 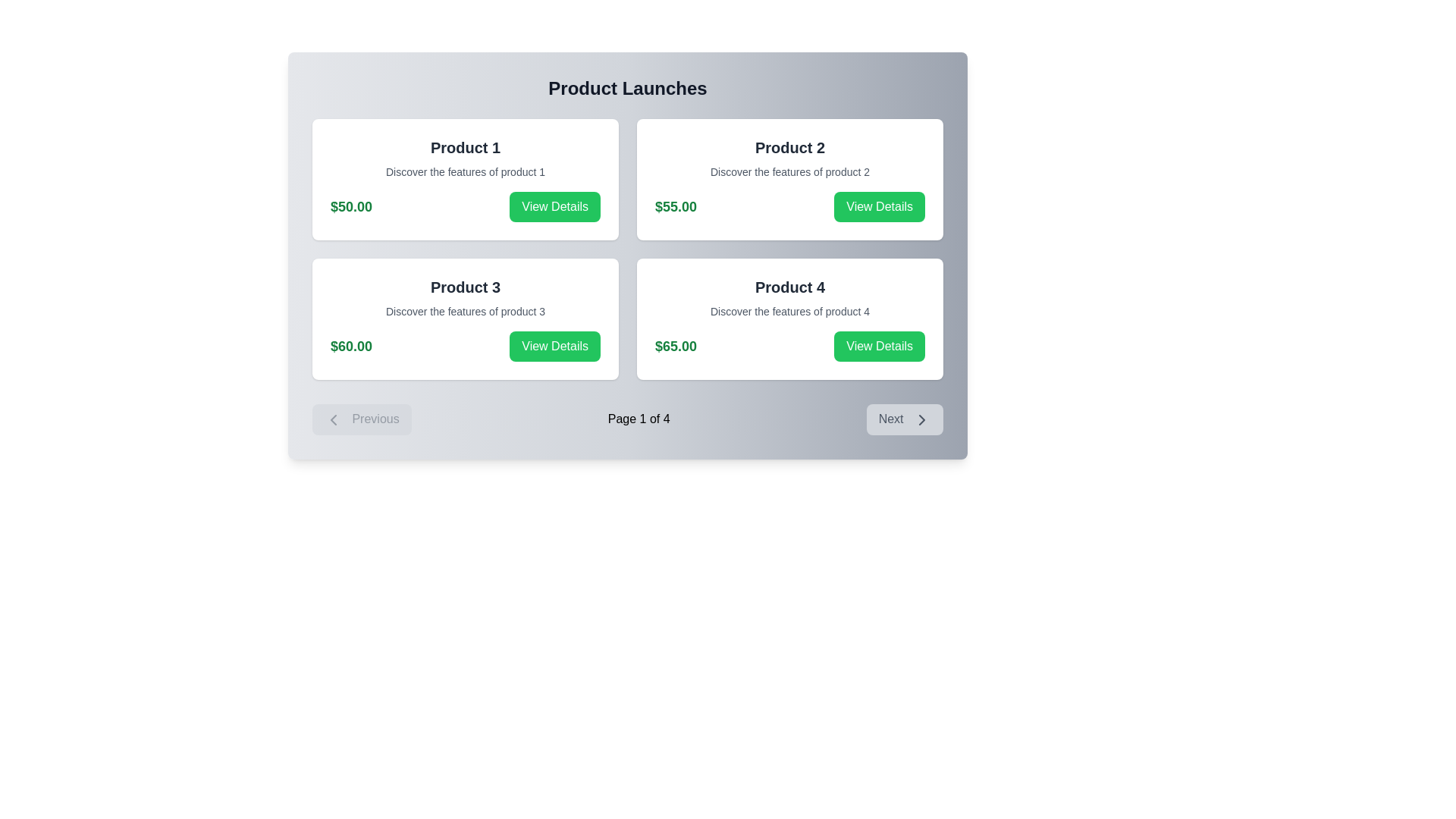 What do you see at coordinates (675, 207) in the screenshot?
I see `the static text label indicating the price located in the second product card, positioned in the top-right quadrant of the interface, above the 'View Details' button` at bounding box center [675, 207].